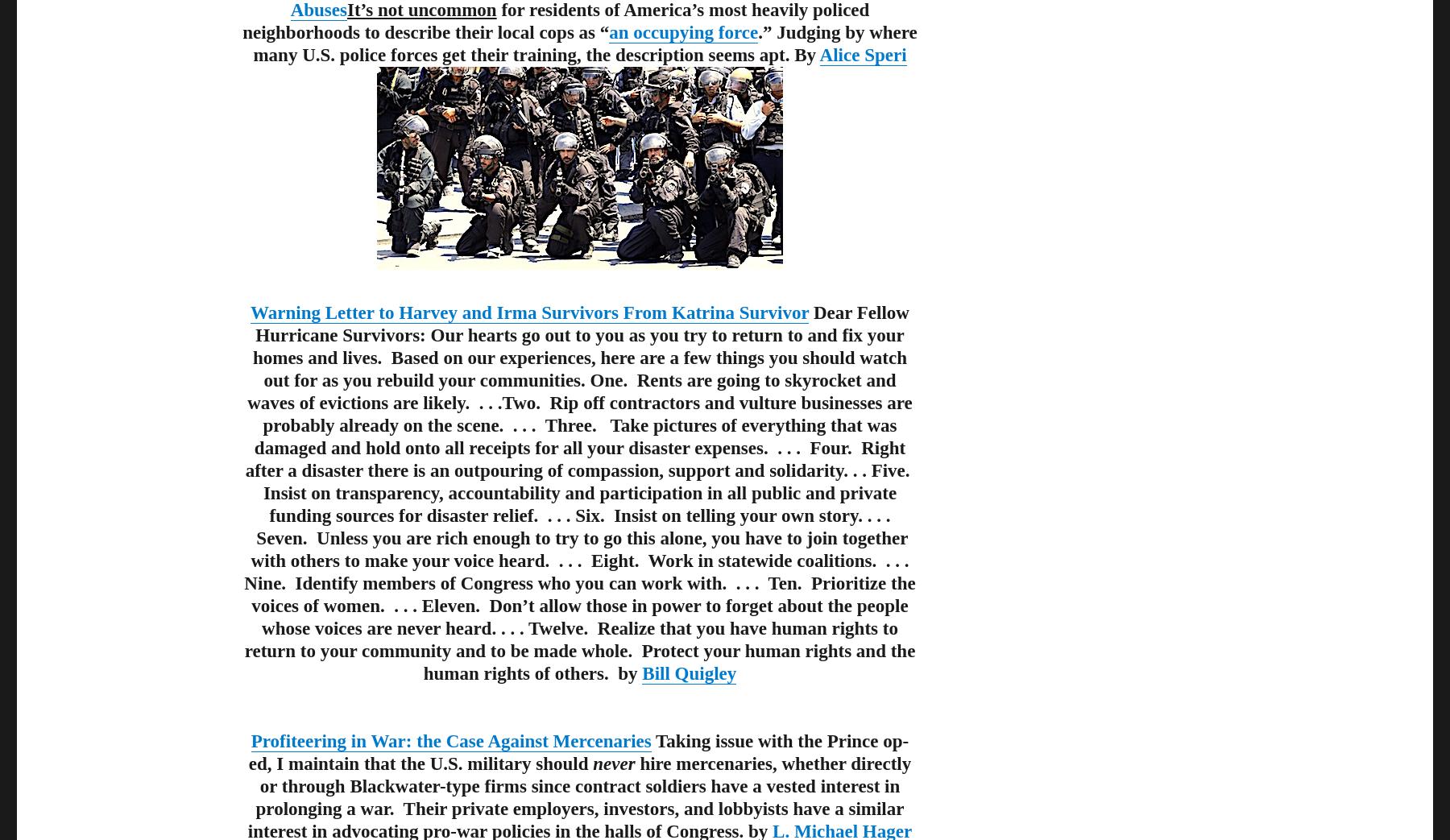 The height and width of the screenshot is (840, 1450). I want to click on 'for residents of America’s most heavily policed neighborhoods to describe their local cops as “', so click(554, 20).